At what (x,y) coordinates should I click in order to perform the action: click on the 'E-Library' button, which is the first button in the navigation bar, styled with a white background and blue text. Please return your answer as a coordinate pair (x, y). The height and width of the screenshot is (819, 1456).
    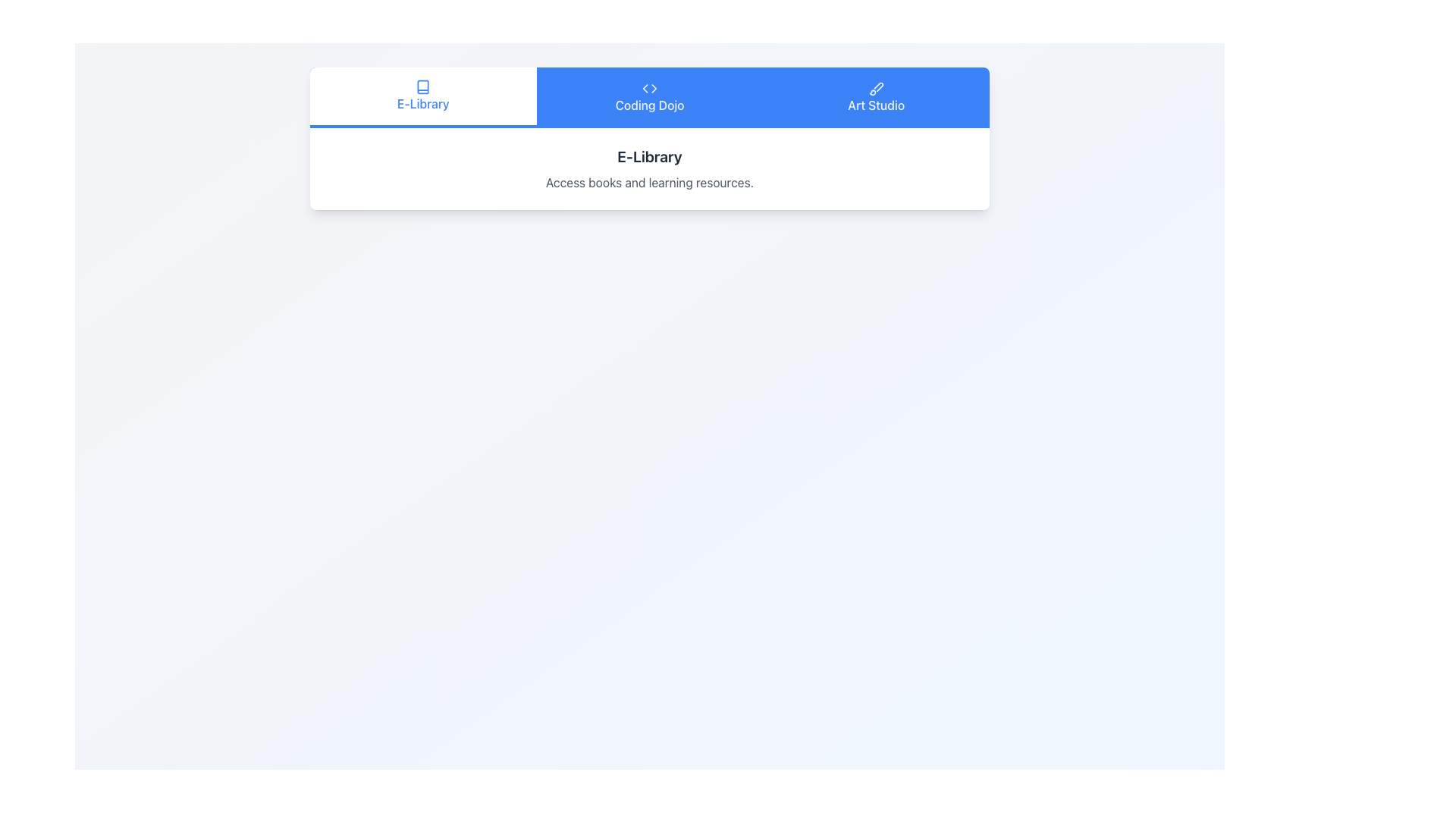
    Looking at the image, I should click on (422, 97).